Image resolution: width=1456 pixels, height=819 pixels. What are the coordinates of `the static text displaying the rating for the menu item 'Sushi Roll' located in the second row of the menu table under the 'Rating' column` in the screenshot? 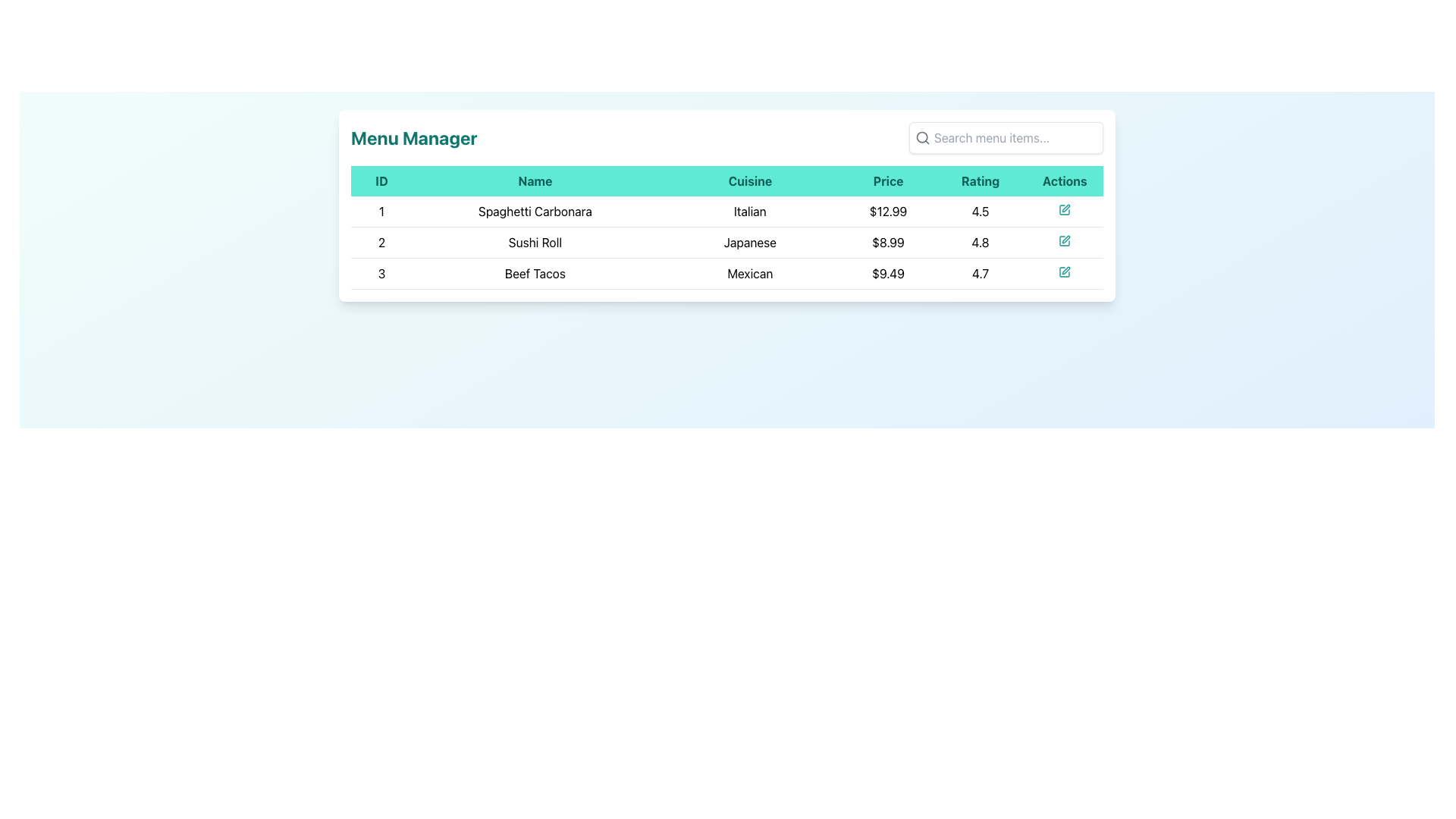 It's located at (980, 242).